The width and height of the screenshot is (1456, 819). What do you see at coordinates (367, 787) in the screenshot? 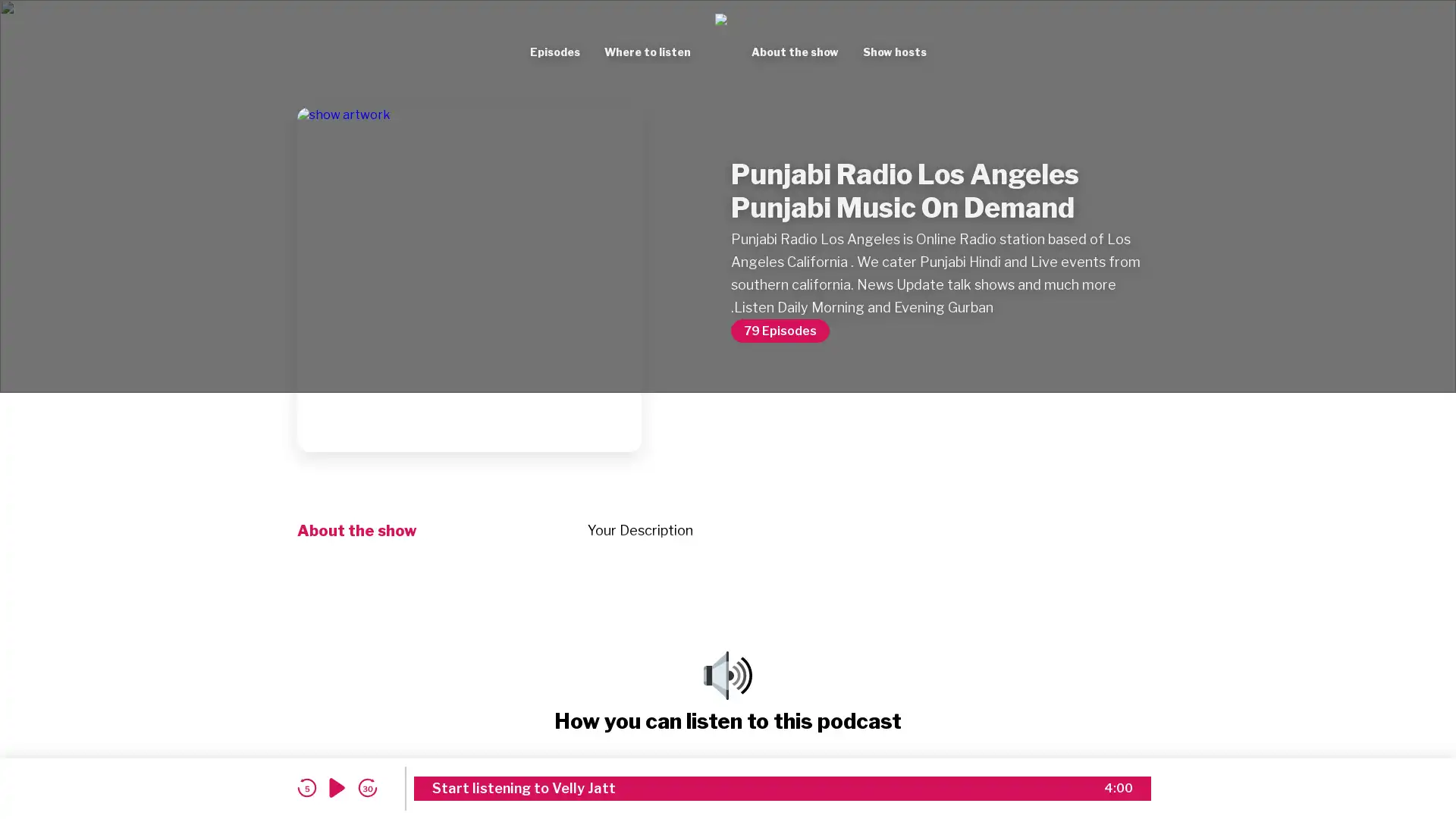
I see `skip forward 30 seconds` at bounding box center [367, 787].